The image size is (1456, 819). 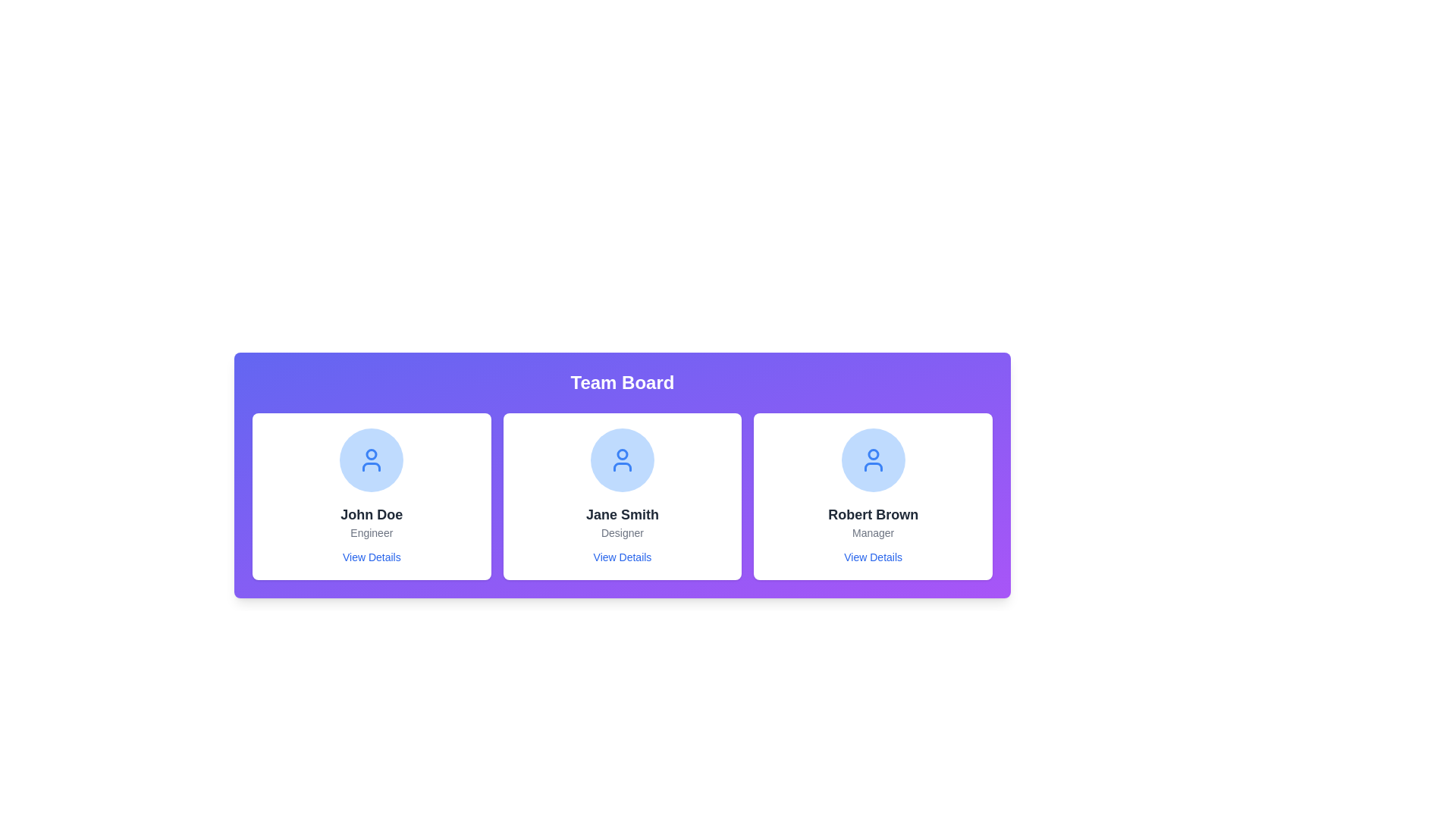 I want to click on the blue user icon shaped like a simplistic human figure, located in the leftmost card of the Team Board component, so click(x=372, y=459).